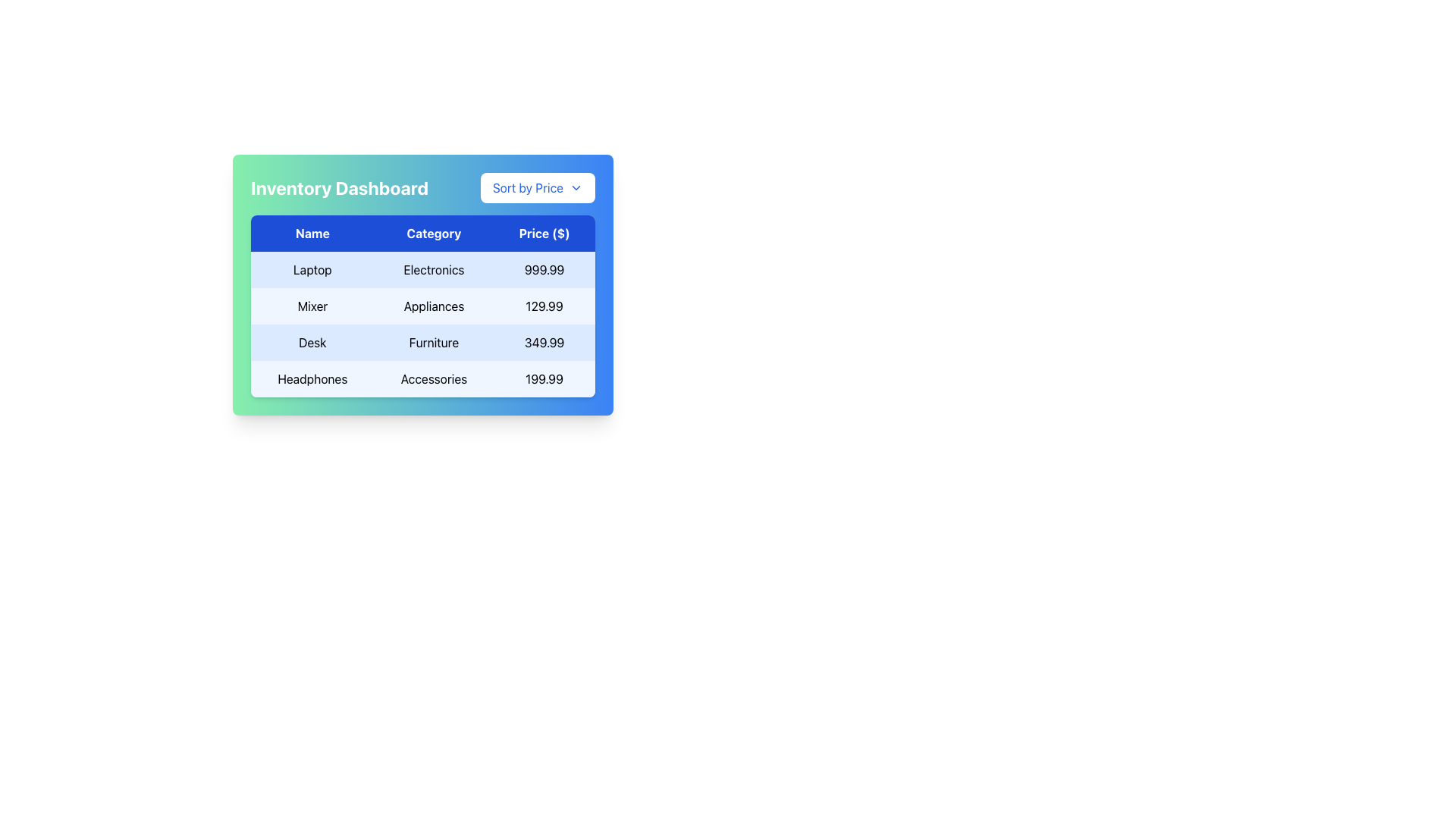 This screenshot has width=1456, height=819. I want to click on the static Text Display element that shows the price information for the product listed in the first row under the 'Price ($)' header, so click(544, 268).